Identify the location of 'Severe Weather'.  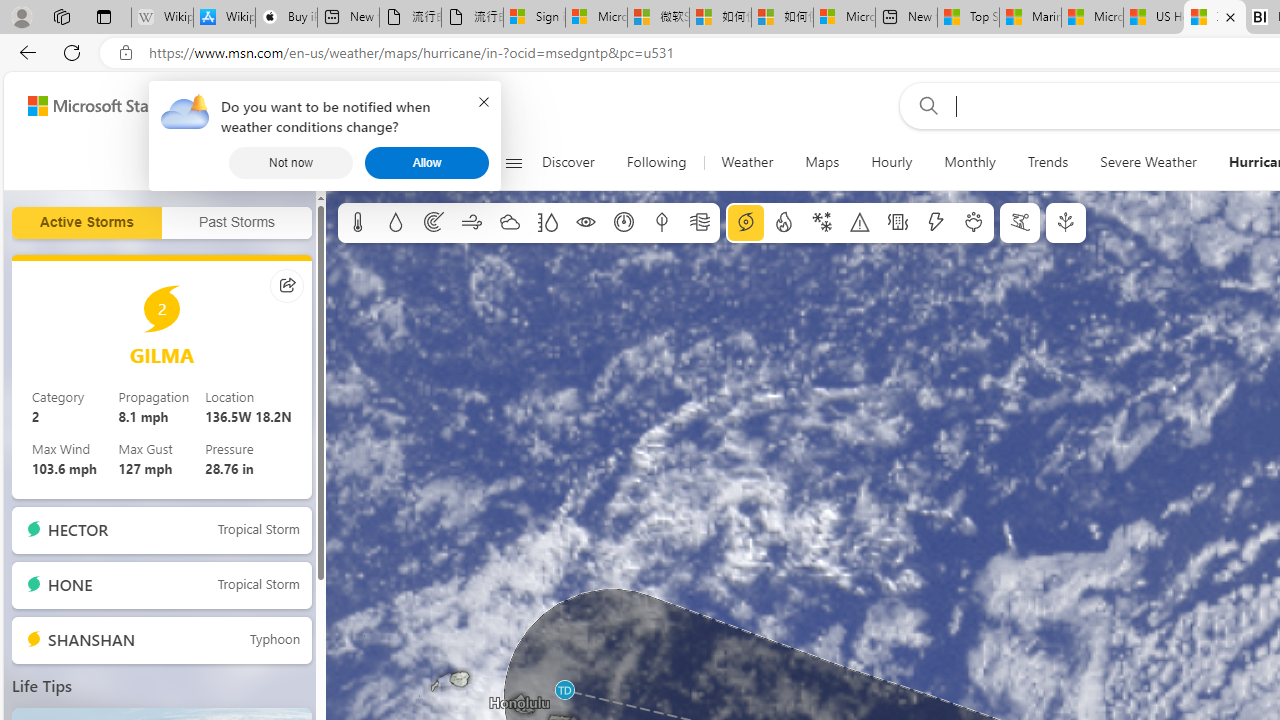
(1148, 162).